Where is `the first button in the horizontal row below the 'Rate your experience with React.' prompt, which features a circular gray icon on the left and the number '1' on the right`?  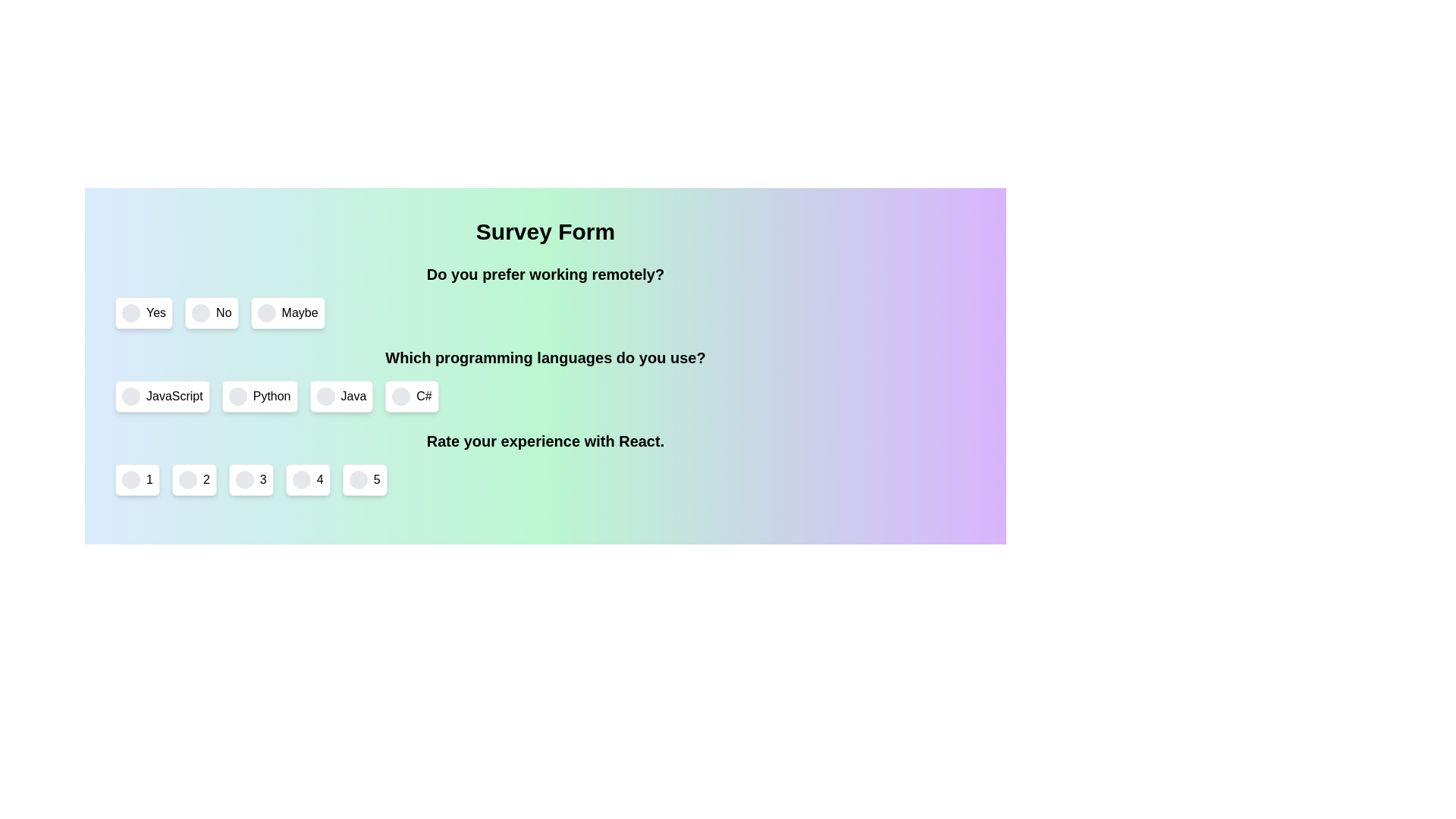
the first button in the horizontal row below the 'Rate your experience with React.' prompt, which features a circular gray icon on the left and the number '1' on the right is located at coordinates (137, 479).